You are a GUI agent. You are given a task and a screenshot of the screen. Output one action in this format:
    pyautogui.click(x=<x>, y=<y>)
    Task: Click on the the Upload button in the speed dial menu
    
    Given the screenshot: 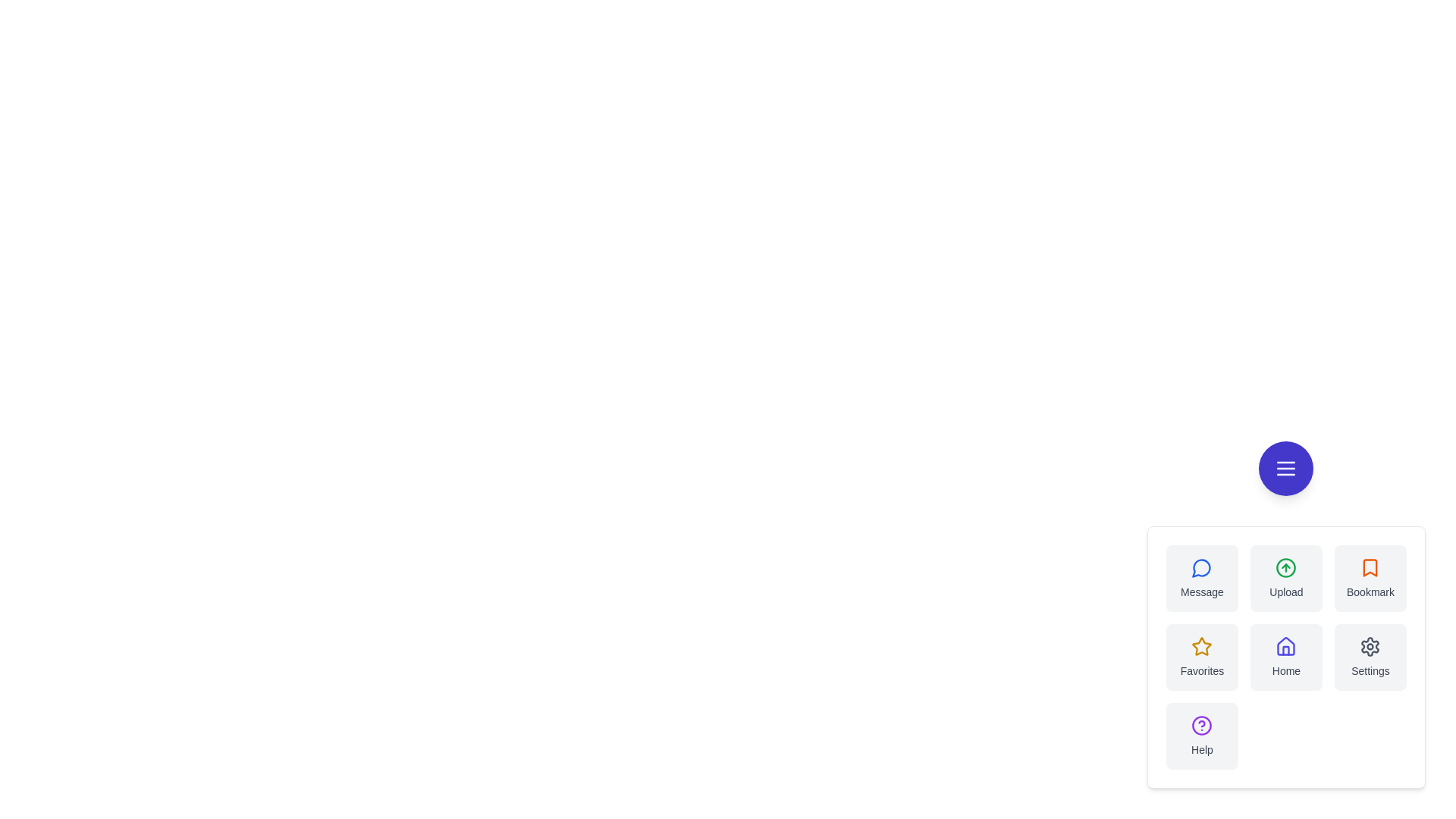 What is the action you would take?
    pyautogui.click(x=1285, y=579)
    